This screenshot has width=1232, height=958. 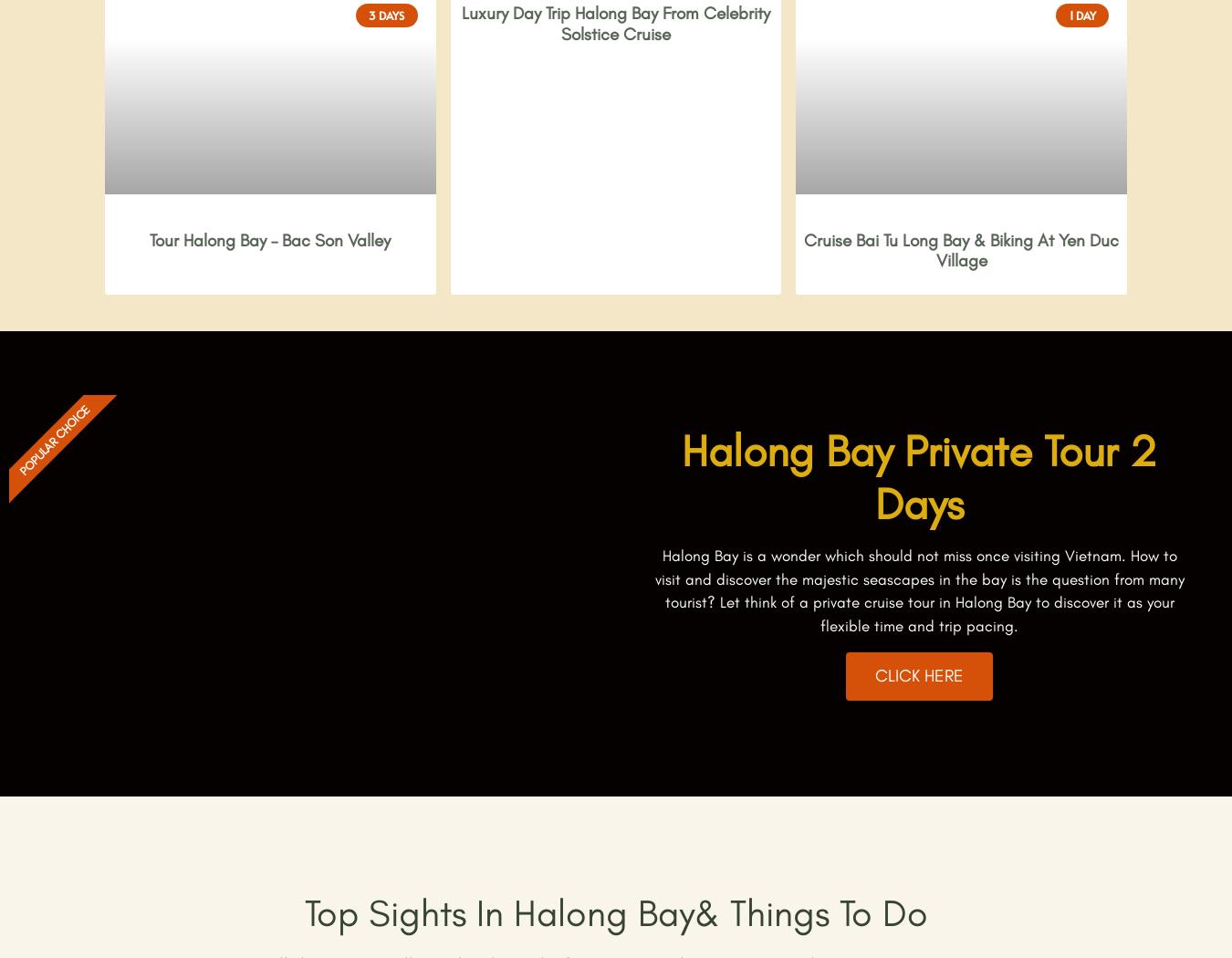 What do you see at coordinates (386, 16) in the screenshot?
I see `'3 Days'` at bounding box center [386, 16].